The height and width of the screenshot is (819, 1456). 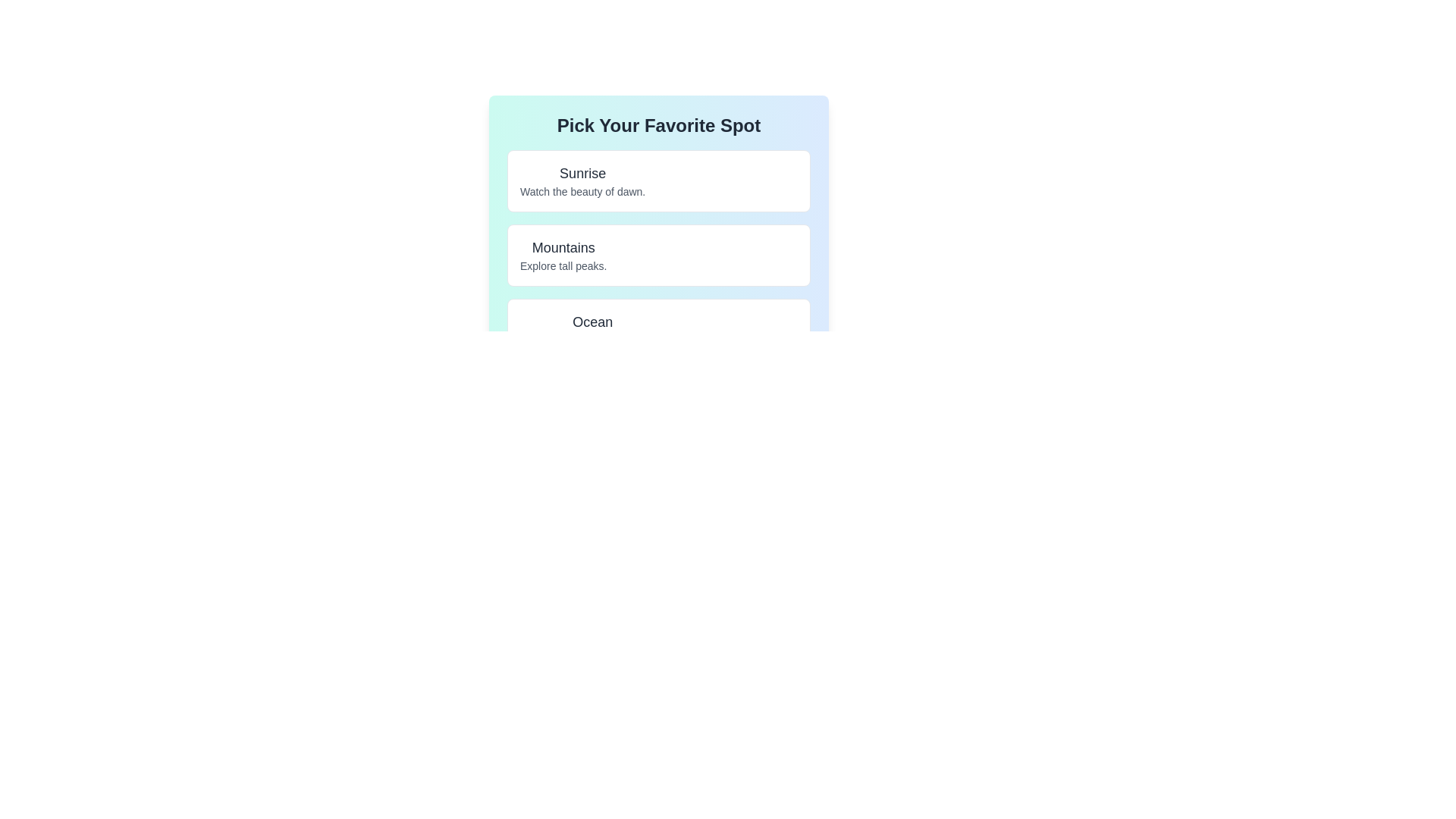 I want to click on the text label that reads 'Watch the beauty of dawn.', which is styled in a smaller, lighter font and is positioned directly beneath the 'Sunrise' heading in the first selection box, so click(x=582, y=191).